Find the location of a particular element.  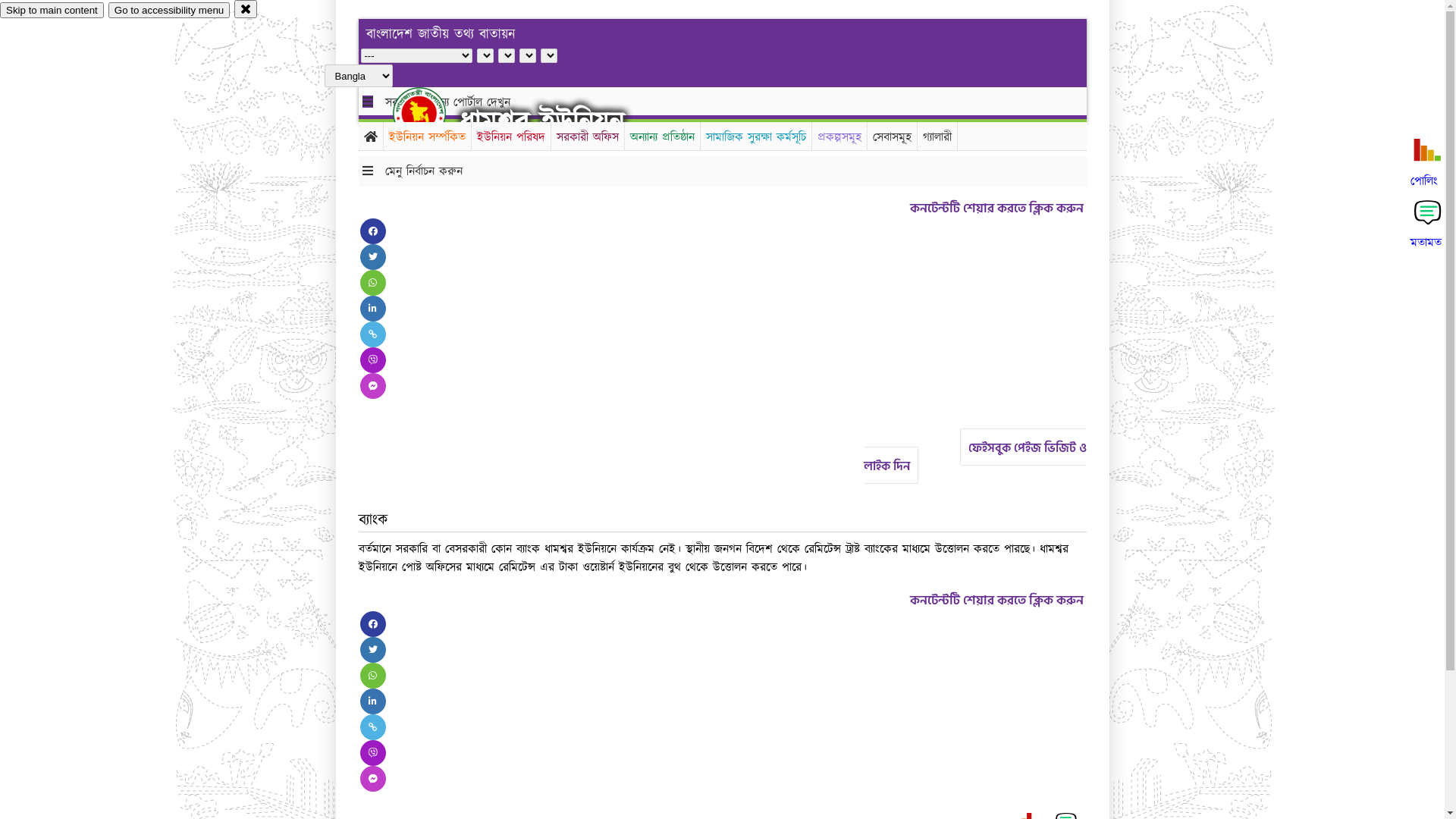

' is located at coordinates (431, 112).